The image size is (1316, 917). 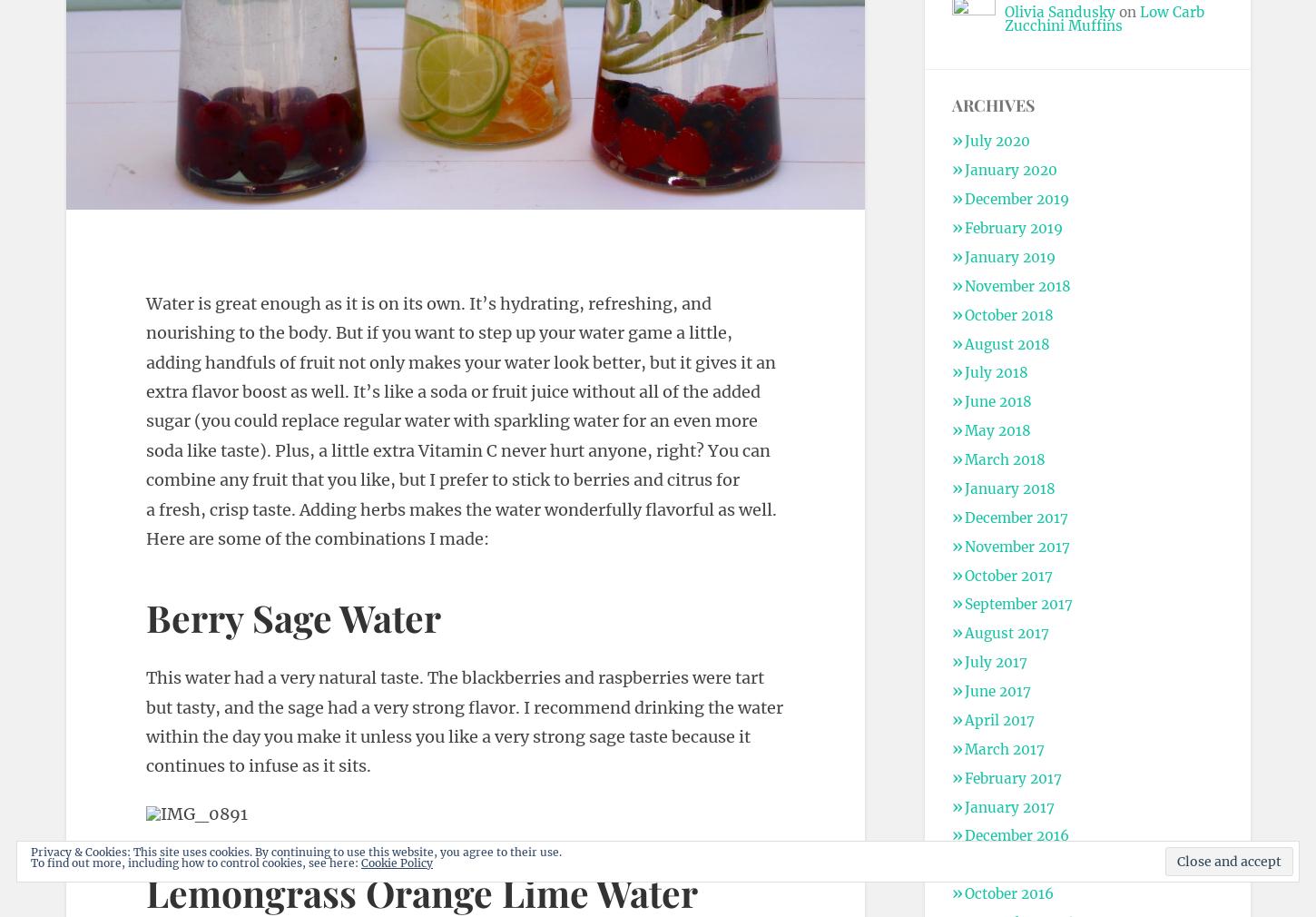 I want to click on 'December 2019', so click(x=1015, y=198).